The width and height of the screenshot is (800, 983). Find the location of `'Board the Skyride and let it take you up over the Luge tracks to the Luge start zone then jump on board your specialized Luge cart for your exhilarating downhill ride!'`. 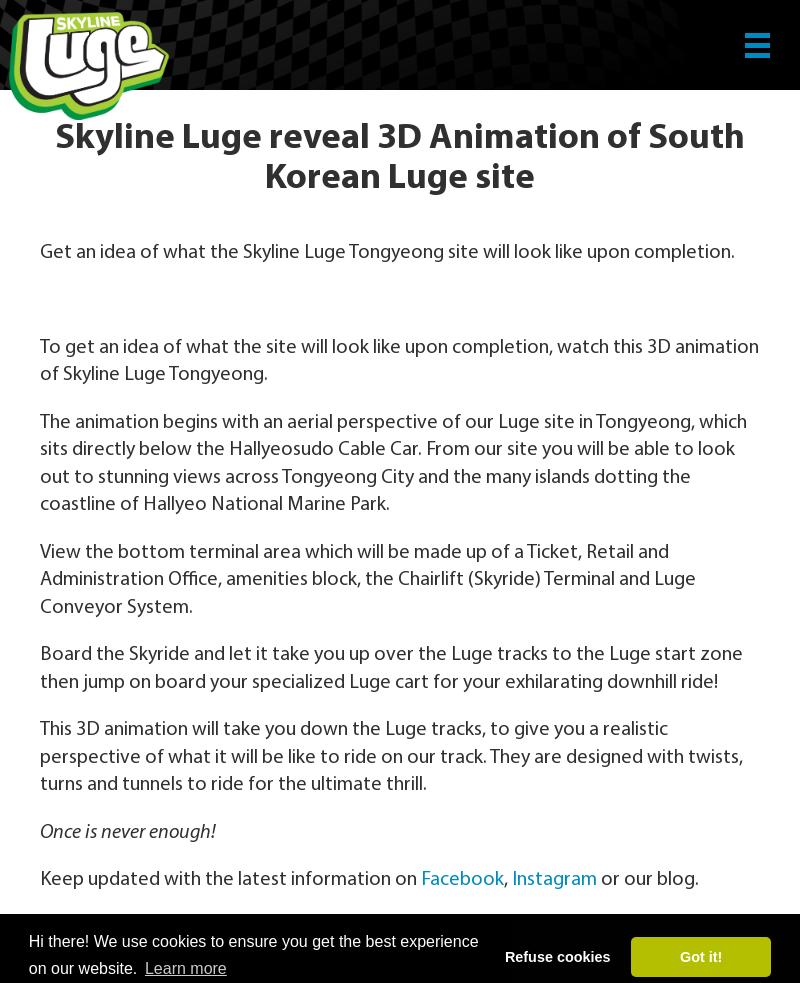

'Board the Skyride and let it take you up over the Luge tracks to the Luge start zone then jump on board your specialized Luge cart for your exhilarating downhill ride!' is located at coordinates (39, 667).